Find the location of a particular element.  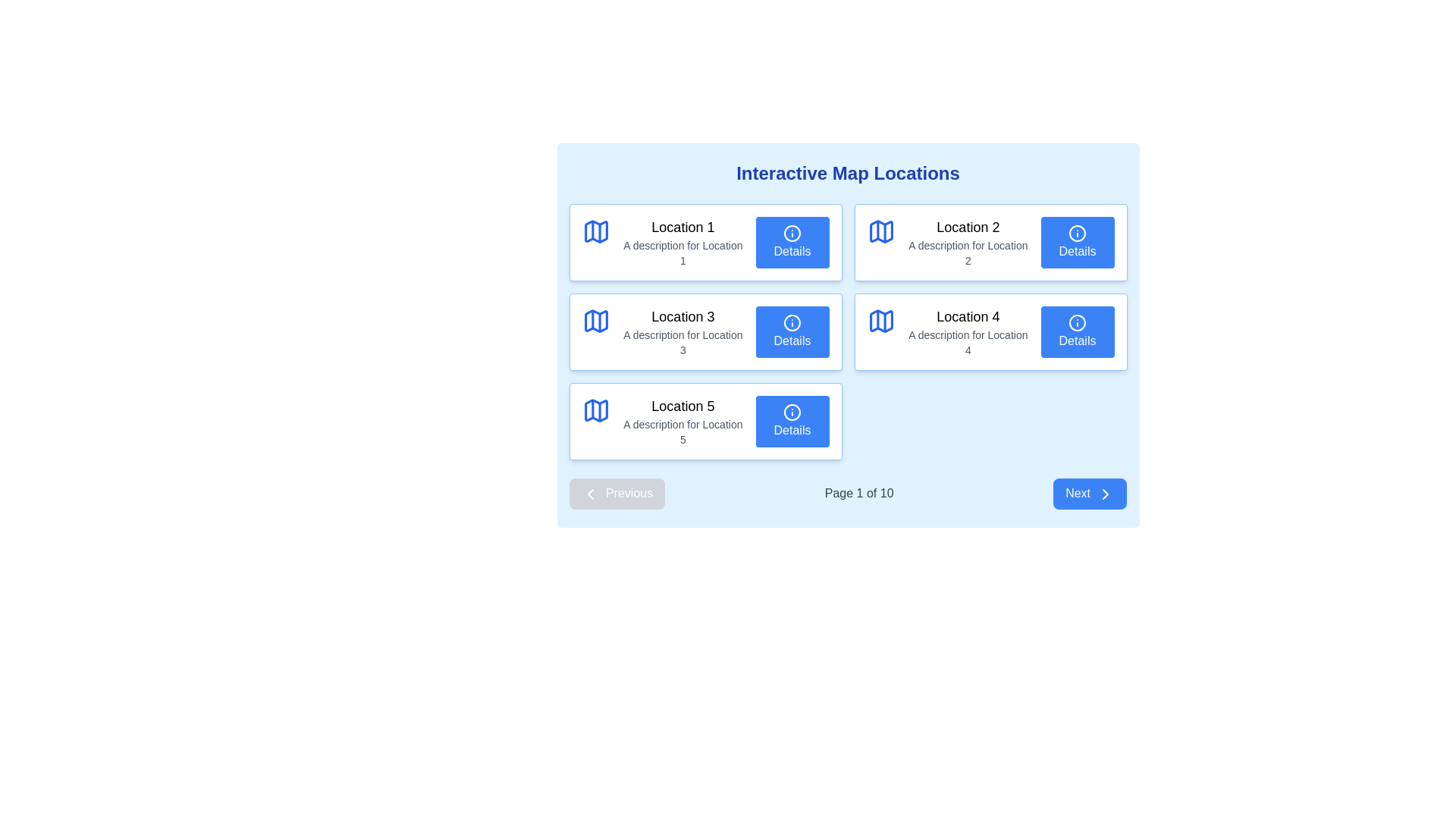

the light blue circular icon with an 'i' character enclosed, located within the 'Details' button under the 'Location 1' section is located at coordinates (792, 234).